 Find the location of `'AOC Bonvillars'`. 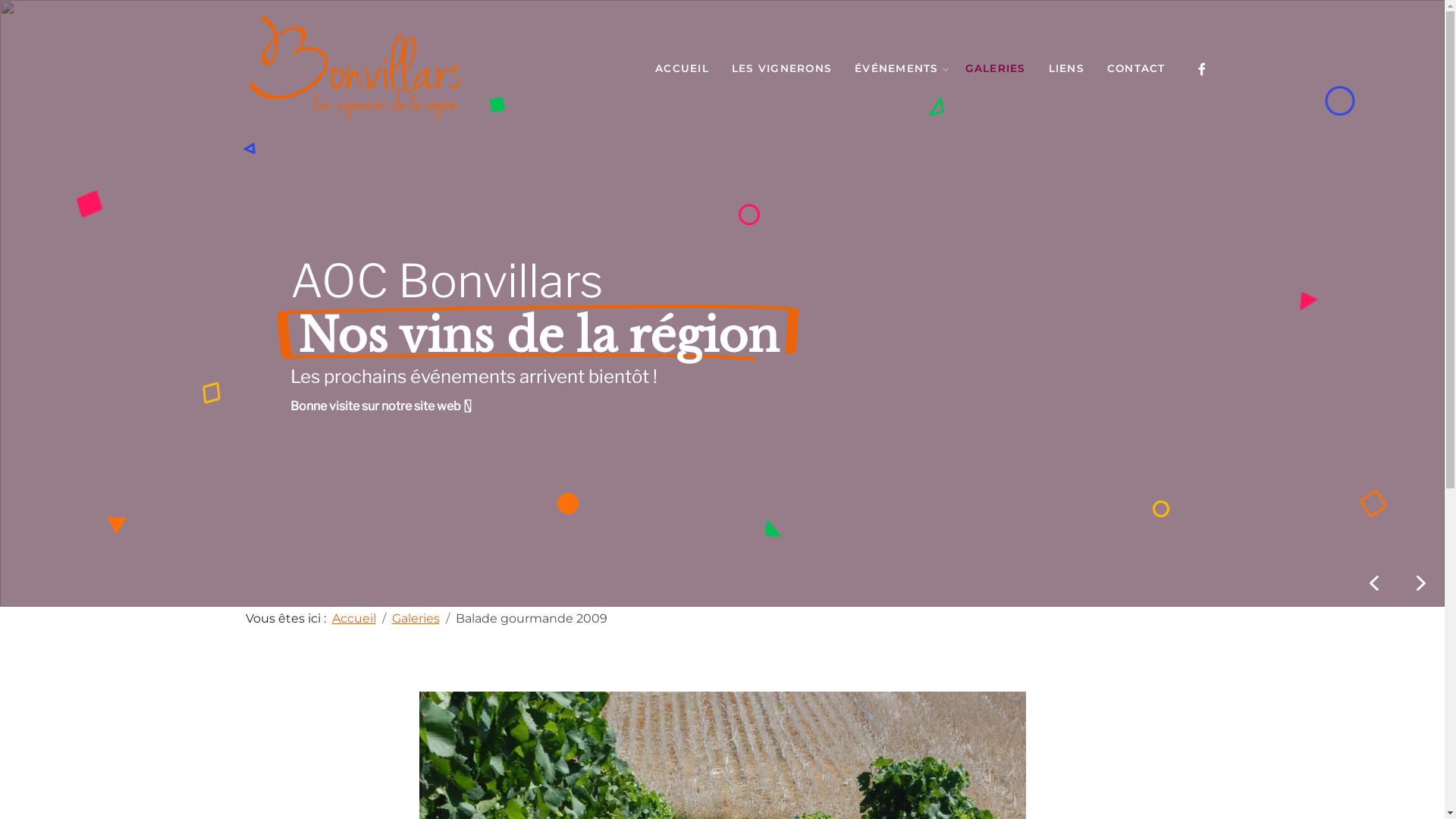

'AOC Bonvillars' is located at coordinates (248, 67).